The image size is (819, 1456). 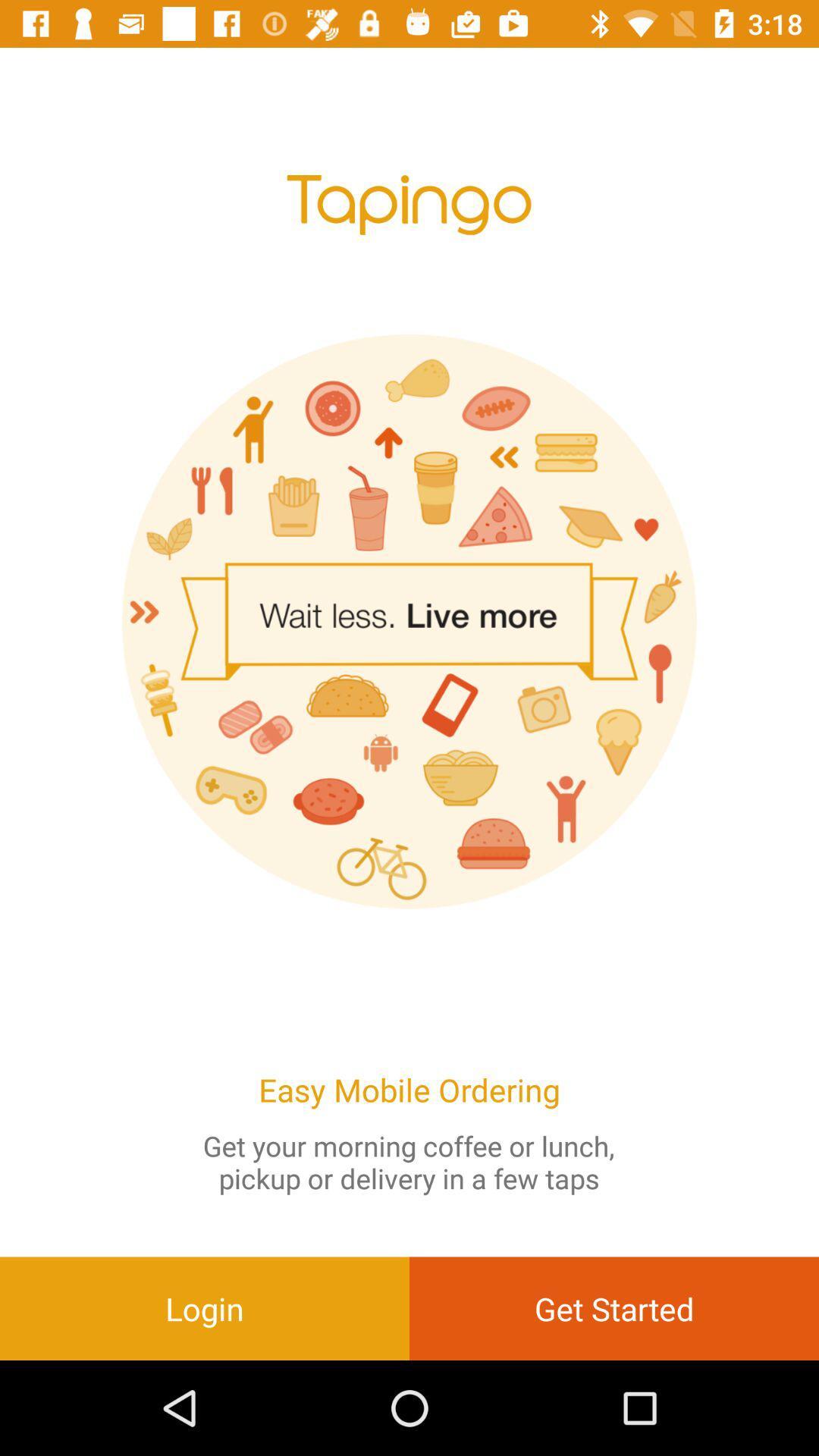 I want to click on the item to the right of login item, so click(x=614, y=1307).